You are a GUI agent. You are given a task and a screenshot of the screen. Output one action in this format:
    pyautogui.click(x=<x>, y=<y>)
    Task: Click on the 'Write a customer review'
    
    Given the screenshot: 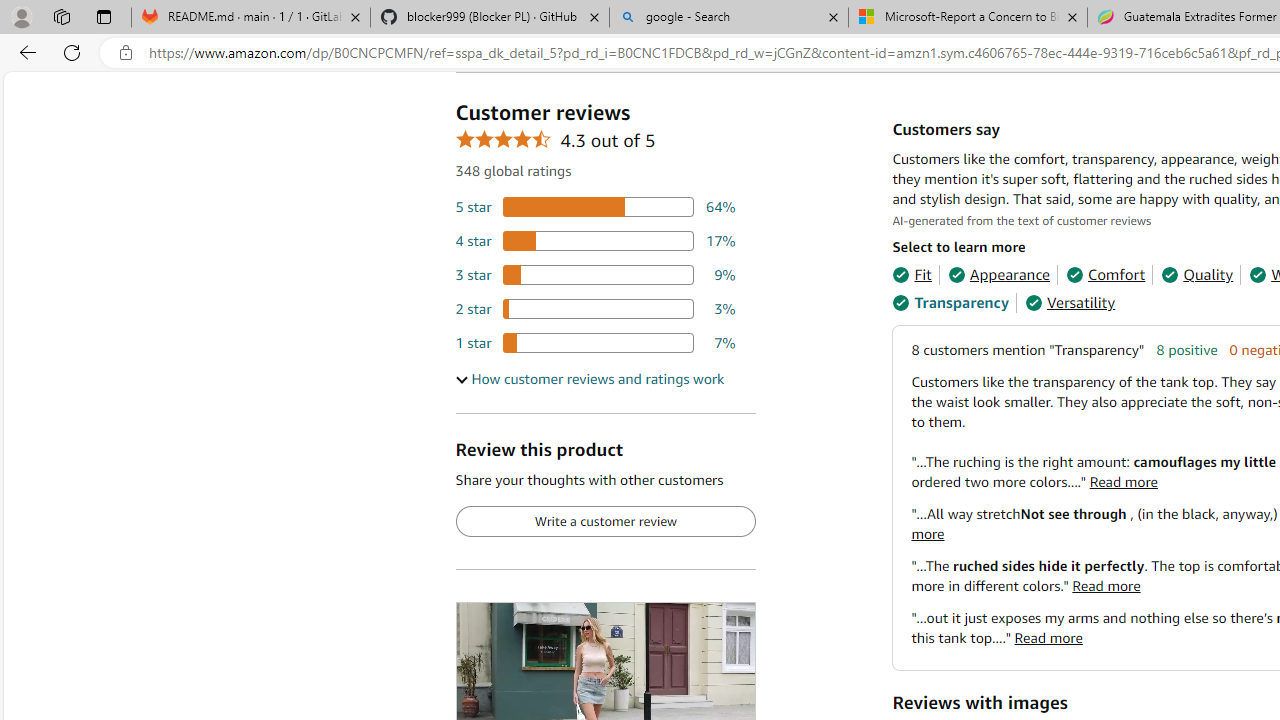 What is the action you would take?
    pyautogui.click(x=604, y=521)
    